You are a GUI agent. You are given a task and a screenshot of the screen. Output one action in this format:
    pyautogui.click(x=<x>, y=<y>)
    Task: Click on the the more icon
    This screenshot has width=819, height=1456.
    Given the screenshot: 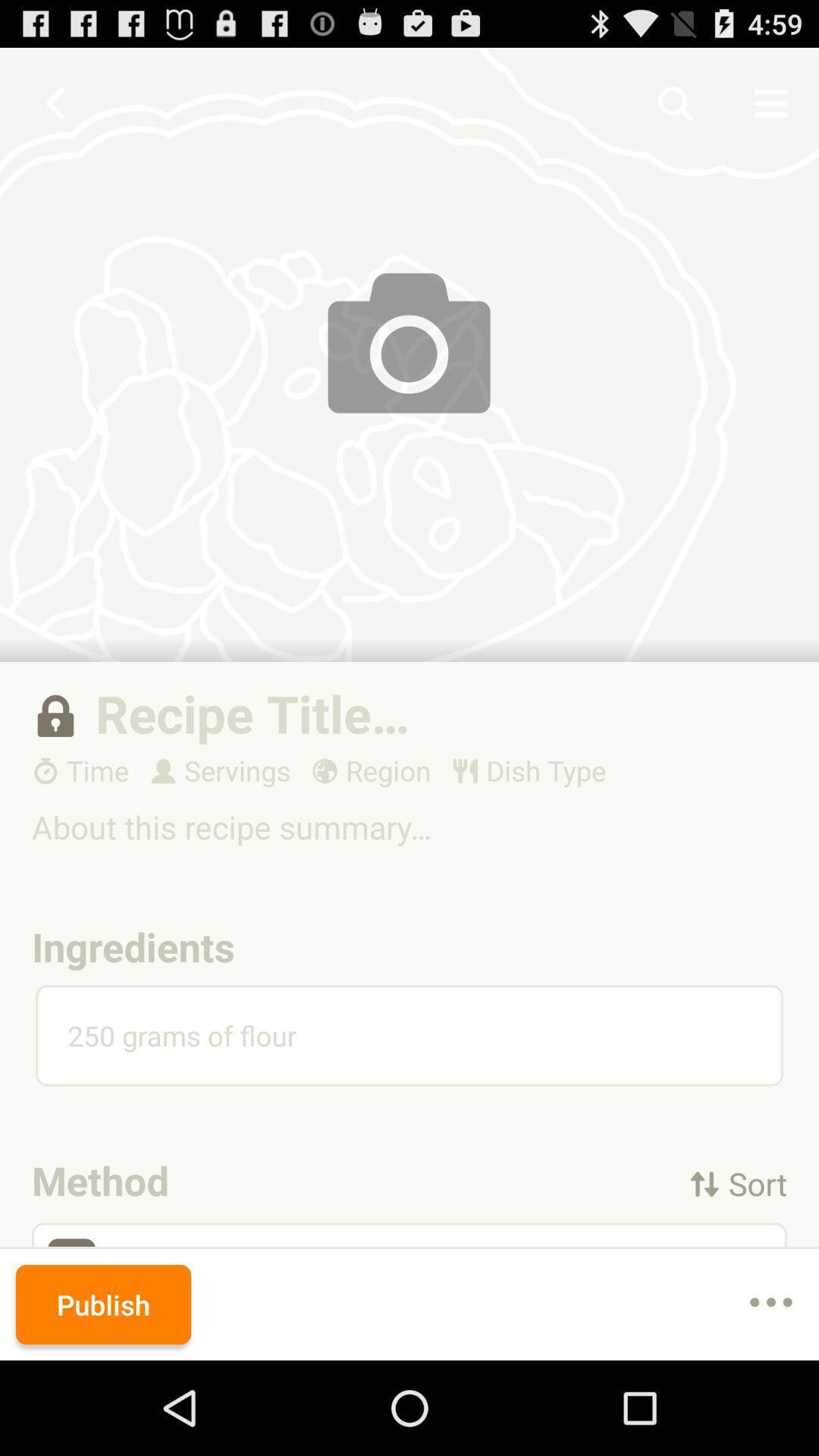 What is the action you would take?
    pyautogui.click(x=771, y=1395)
    